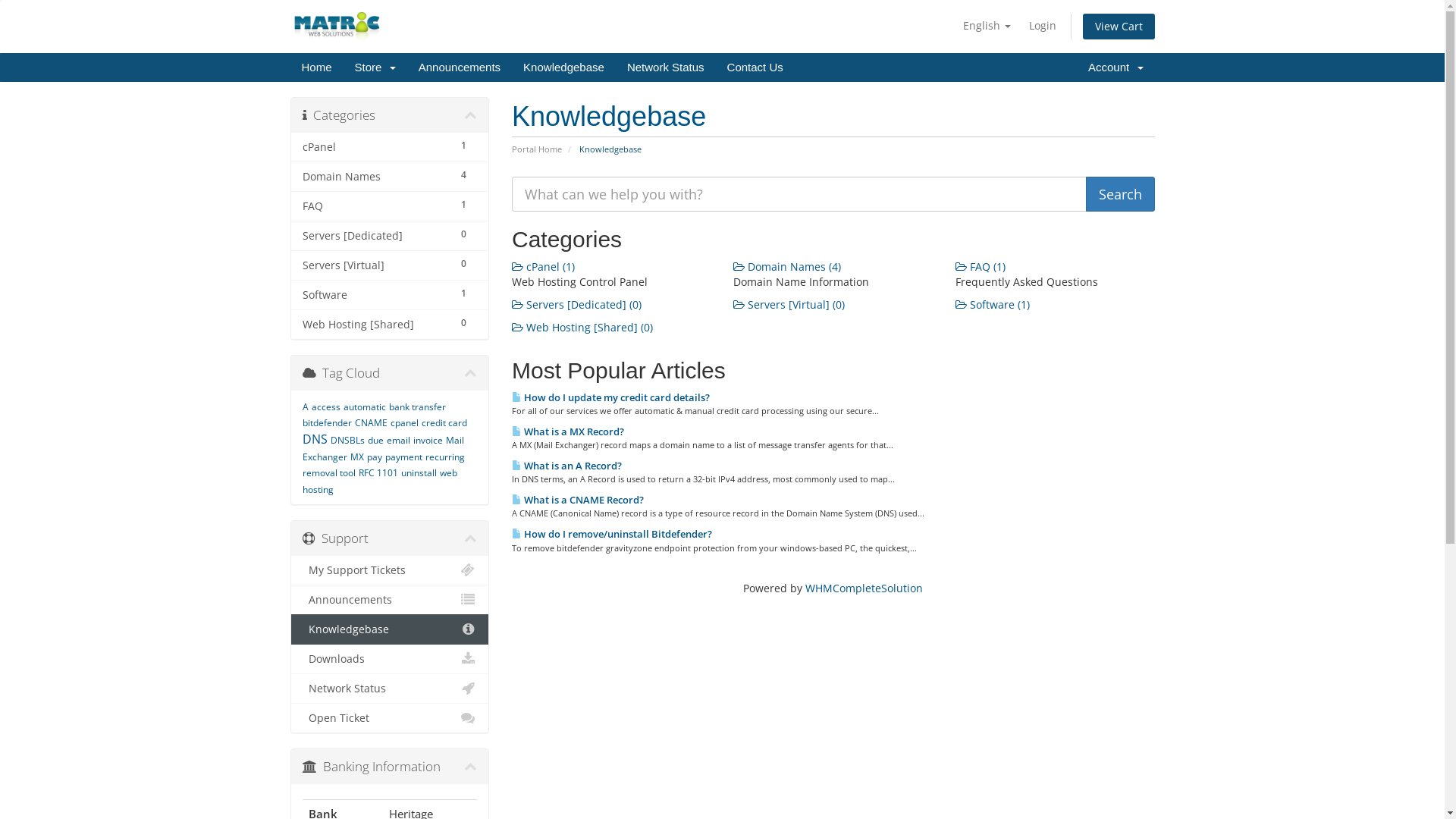 This screenshot has width=1456, height=819. What do you see at coordinates (375, 440) in the screenshot?
I see `'due'` at bounding box center [375, 440].